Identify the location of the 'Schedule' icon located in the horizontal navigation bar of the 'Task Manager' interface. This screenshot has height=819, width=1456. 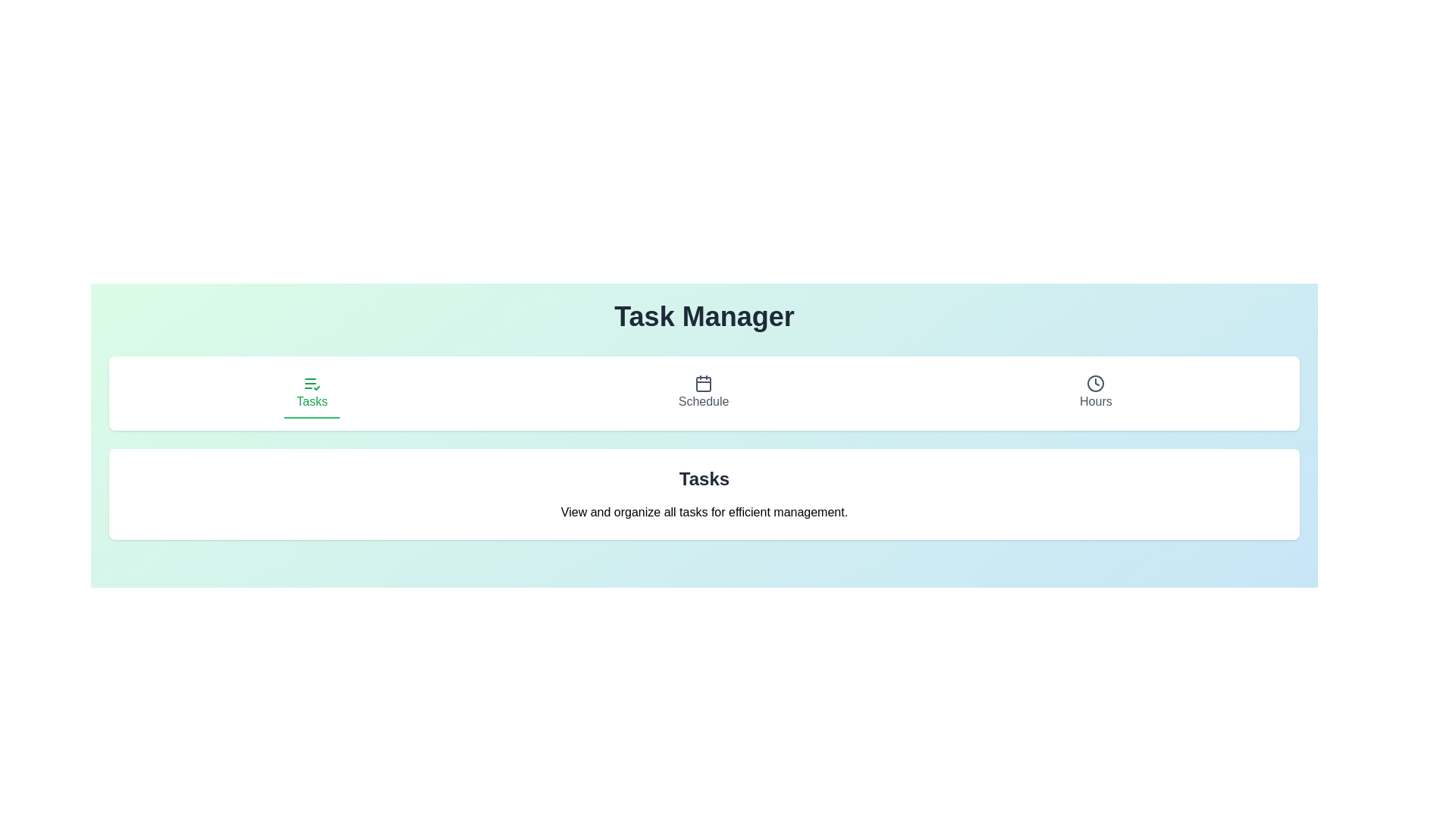
(703, 382).